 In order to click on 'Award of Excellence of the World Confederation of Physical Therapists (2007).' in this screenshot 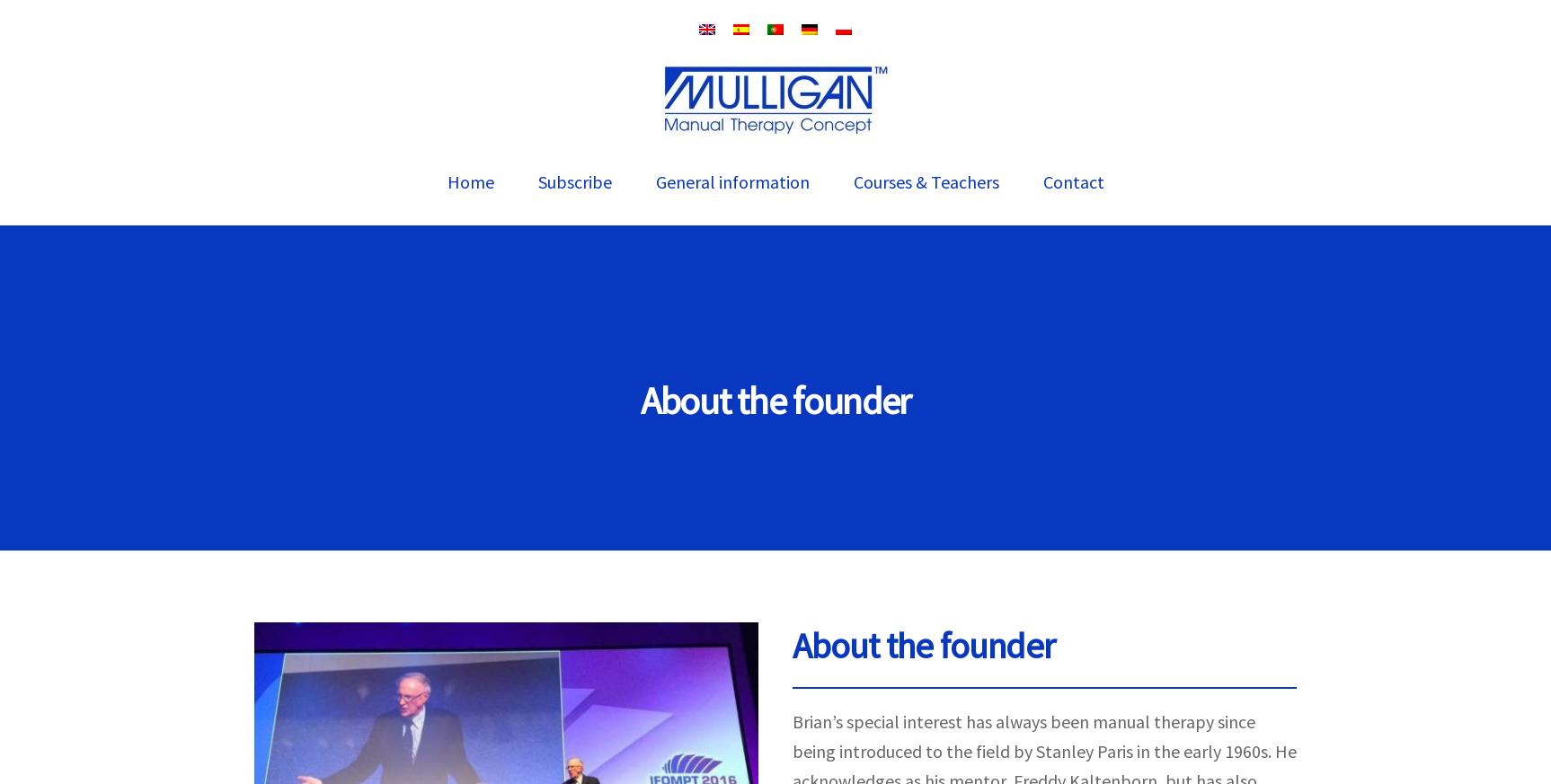, I will do `click(820, 660)`.